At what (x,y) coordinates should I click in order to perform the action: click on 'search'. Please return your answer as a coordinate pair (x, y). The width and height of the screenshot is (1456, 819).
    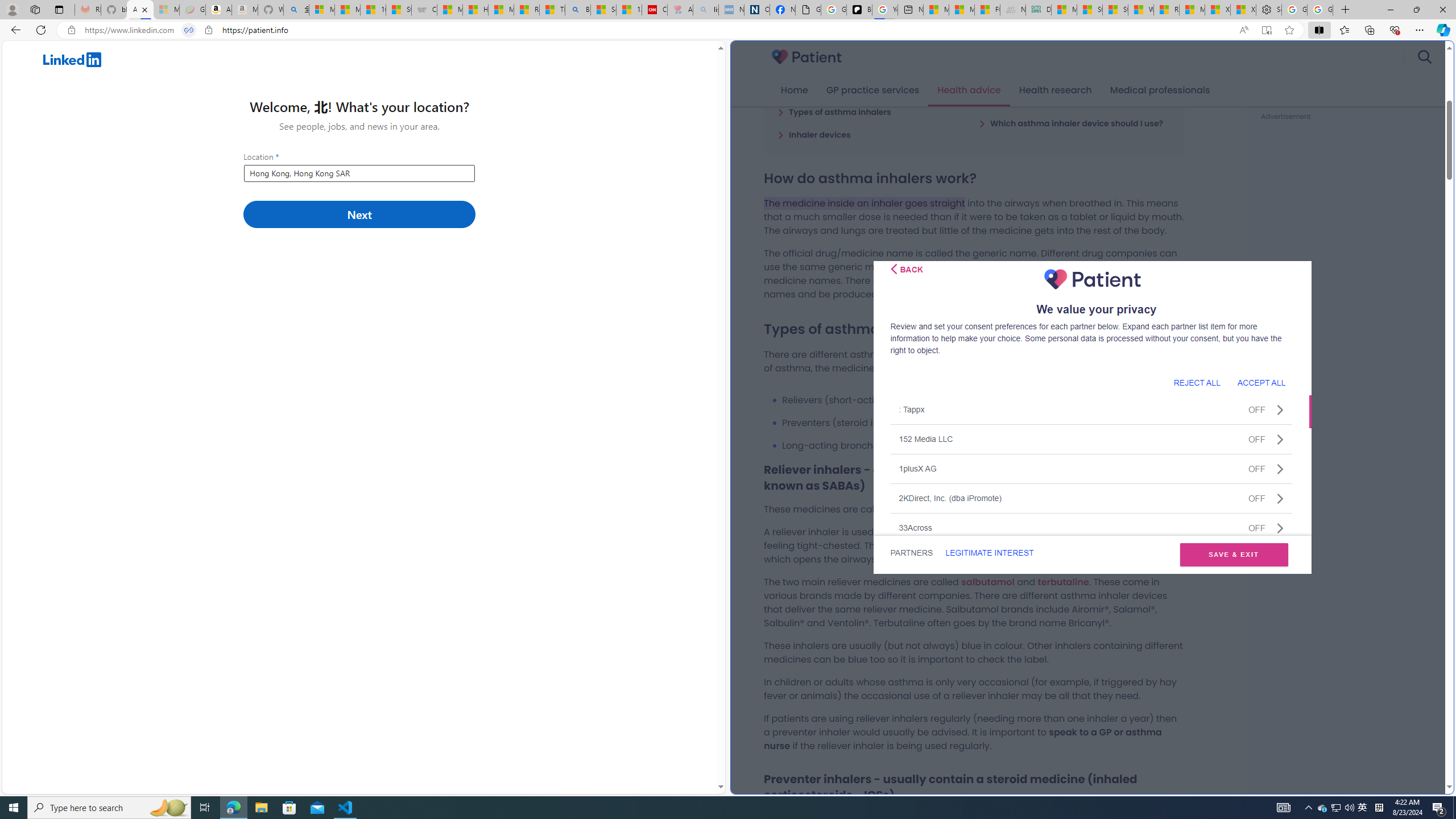
    Looking at the image, I should click on (1424, 56).